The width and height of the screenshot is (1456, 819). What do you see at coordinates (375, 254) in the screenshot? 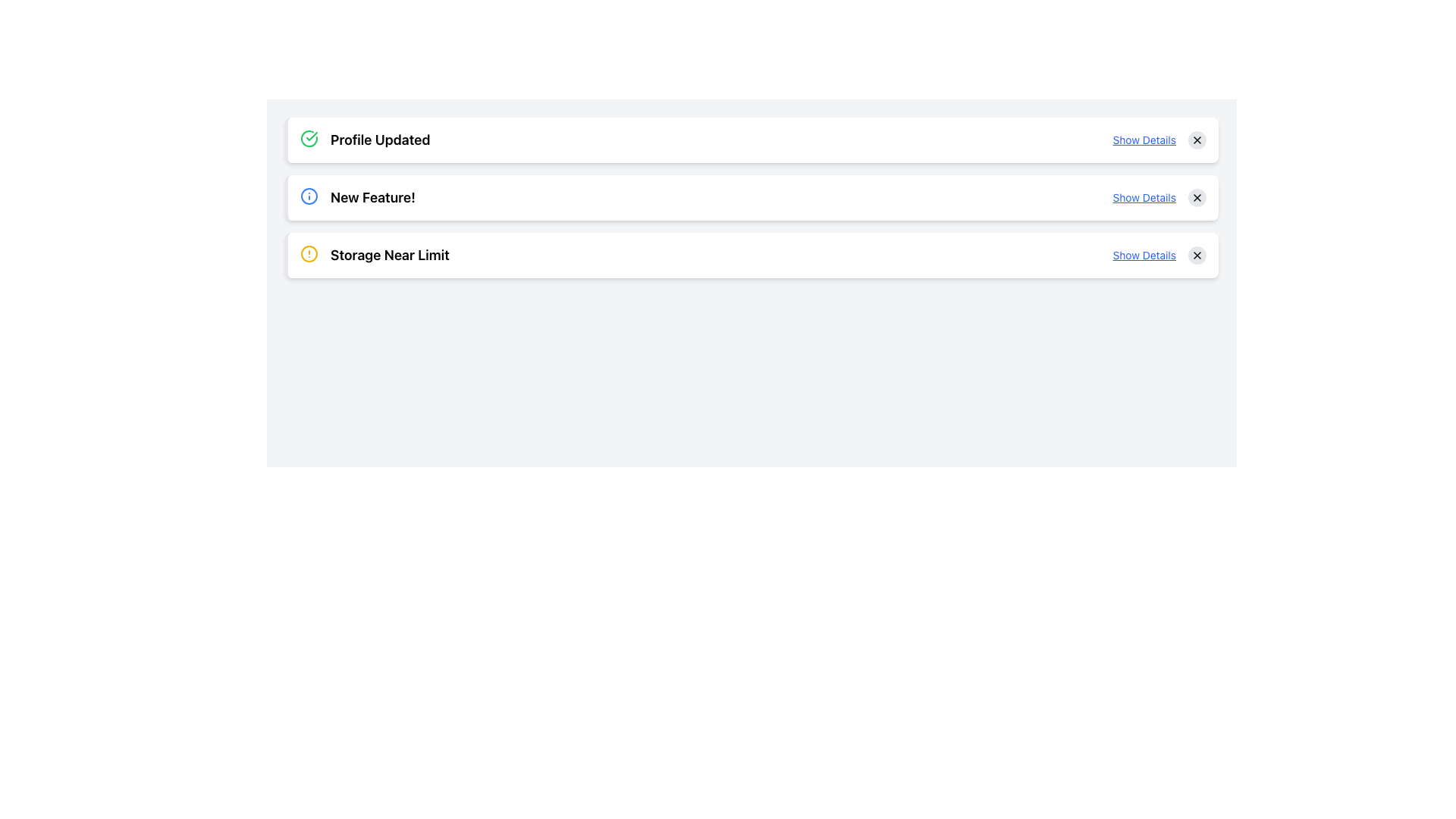
I see `the informative label displaying 'Storage Near Limit' located in the third notification card from the top, positioned immediately to the right of the yellow alert icon` at bounding box center [375, 254].